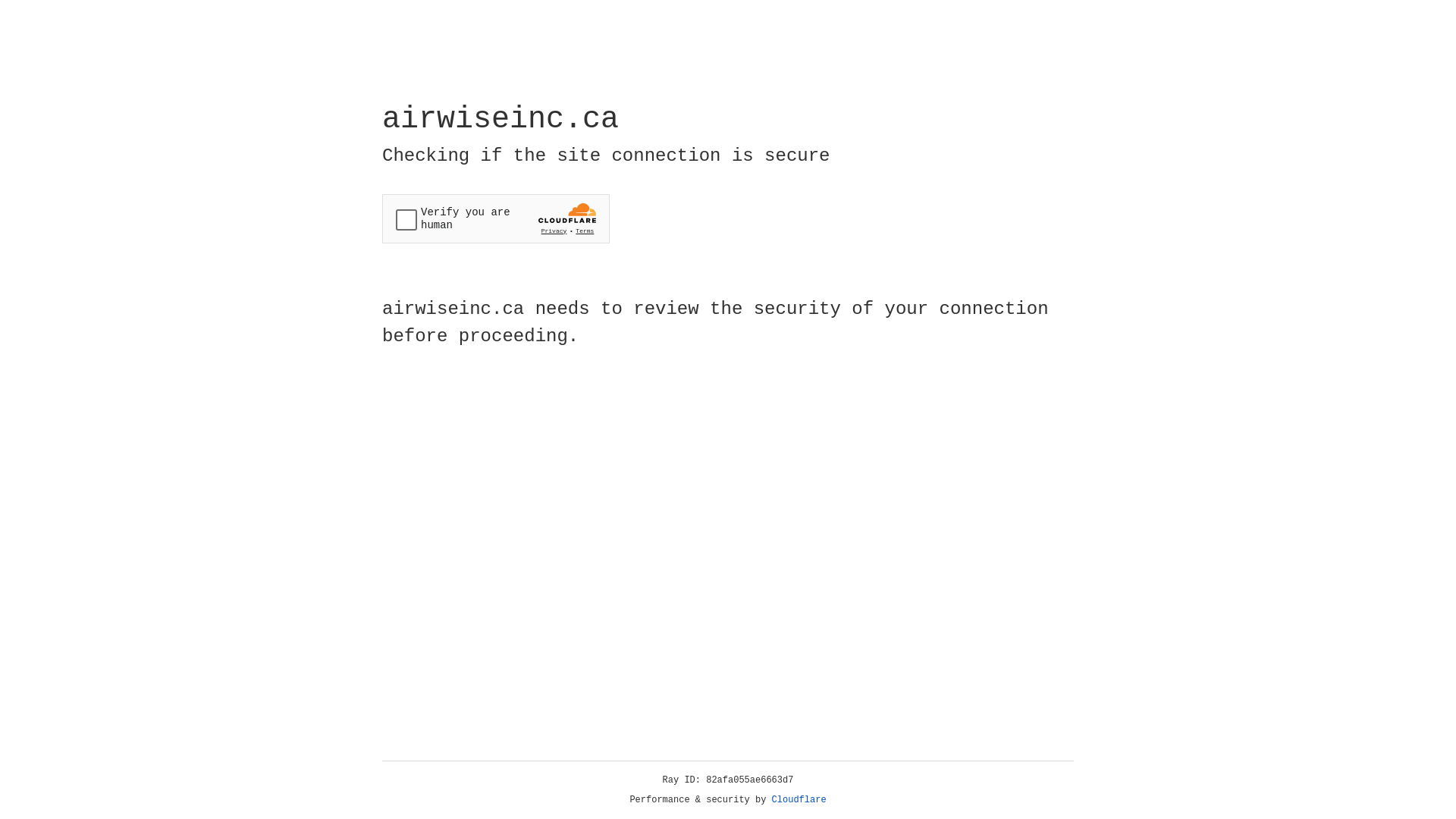 The width and height of the screenshot is (1456, 819). I want to click on 'Cloudflare', so click(799, 799).